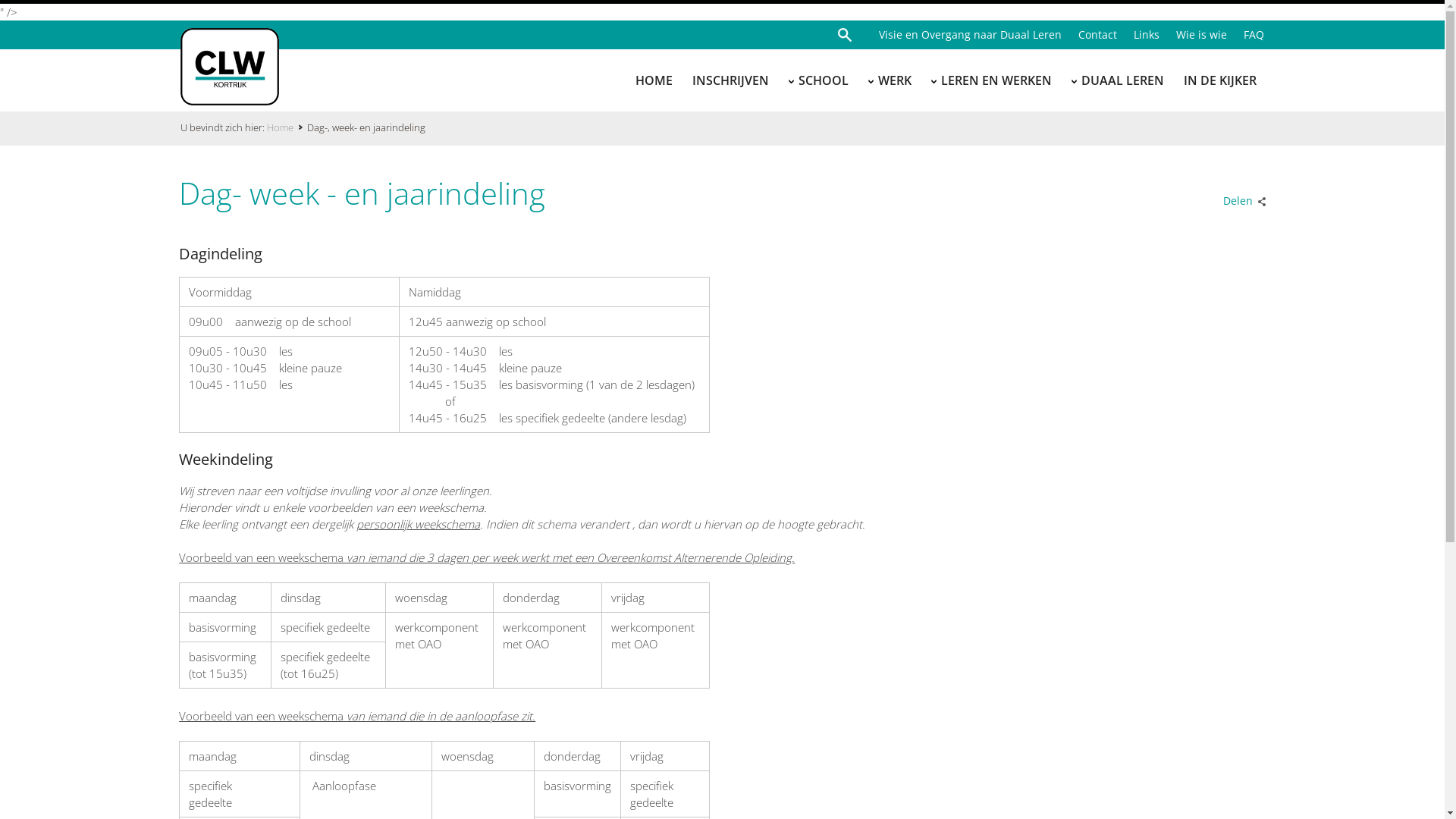 This screenshot has height=819, width=1456. What do you see at coordinates (691, 79) in the screenshot?
I see `'INSCHRIJVEN'` at bounding box center [691, 79].